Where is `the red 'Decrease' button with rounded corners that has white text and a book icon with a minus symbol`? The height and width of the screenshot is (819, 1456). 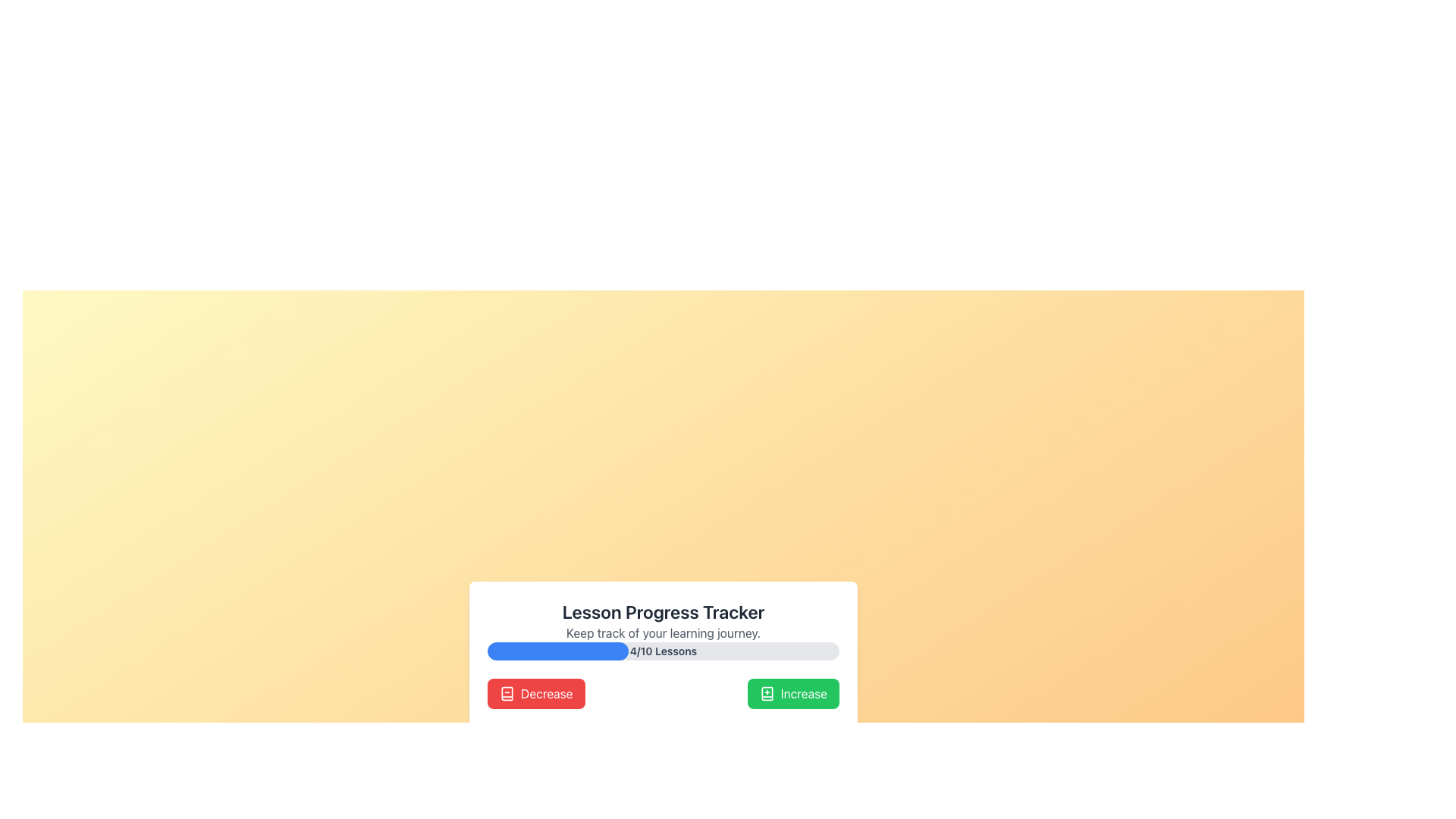 the red 'Decrease' button with rounded corners that has white text and a book icon with a minus symbol is located at coordinates (536, 693).